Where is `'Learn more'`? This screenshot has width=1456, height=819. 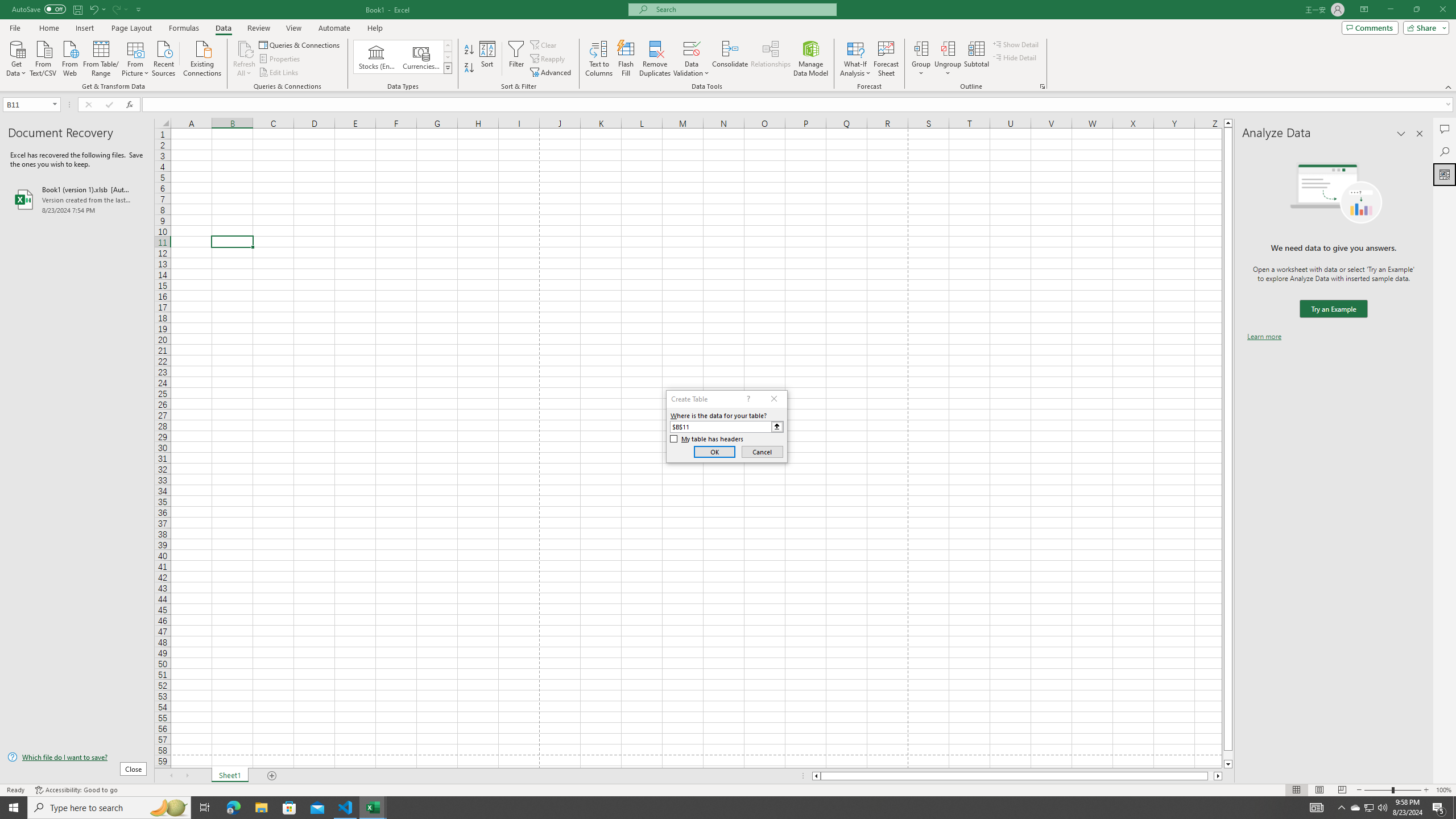
'Learn more' is located at coordinates (1264, 336).